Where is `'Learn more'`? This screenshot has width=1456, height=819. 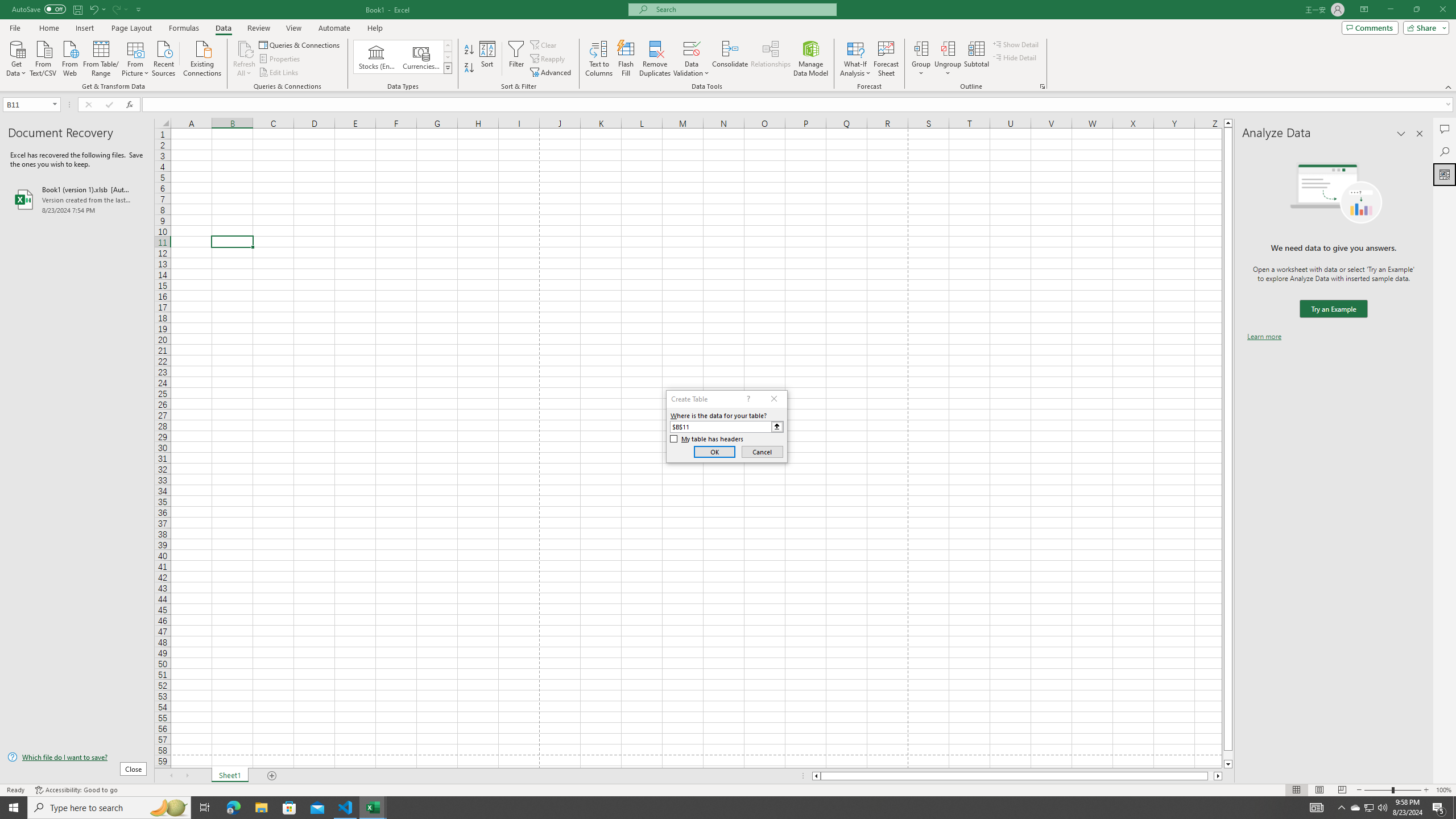
'Learn more' is located at coordinates (1264, 336).